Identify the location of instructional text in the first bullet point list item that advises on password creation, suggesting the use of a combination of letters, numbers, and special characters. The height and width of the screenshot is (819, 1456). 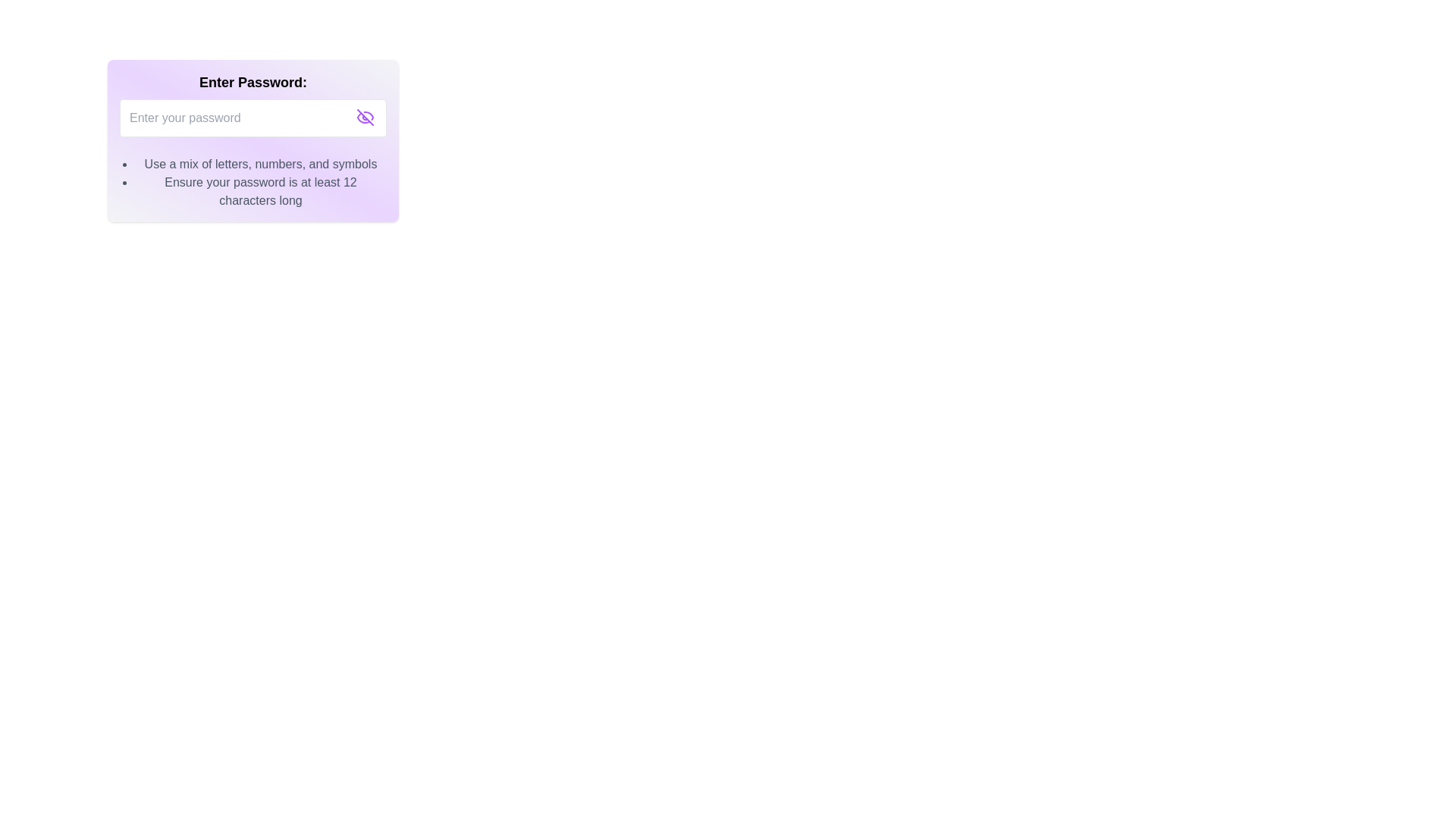
(261, 164).